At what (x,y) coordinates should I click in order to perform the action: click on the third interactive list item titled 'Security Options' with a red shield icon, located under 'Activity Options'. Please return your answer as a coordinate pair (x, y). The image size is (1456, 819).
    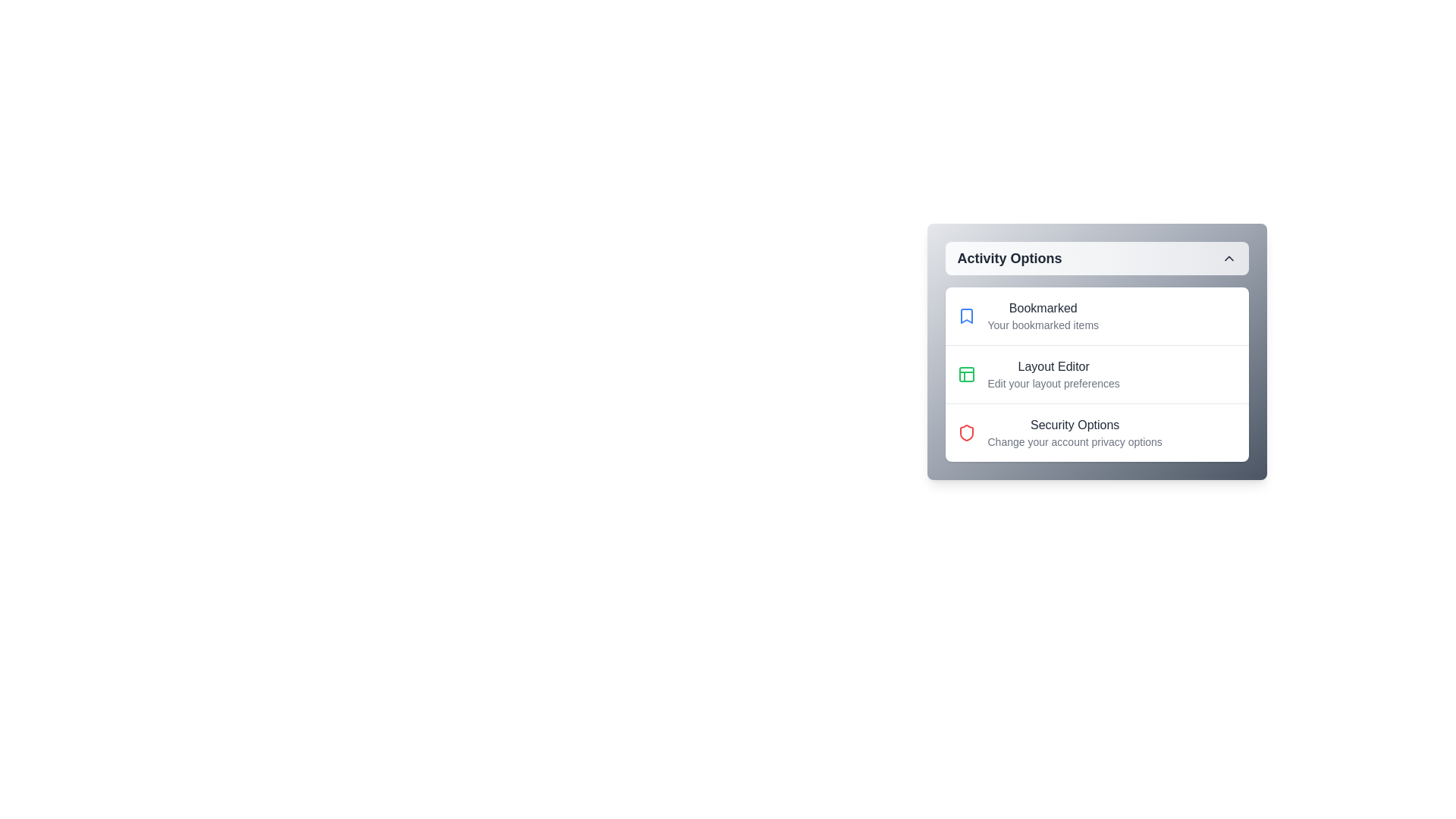
    Looking at the image, I should click on (1097, 432).